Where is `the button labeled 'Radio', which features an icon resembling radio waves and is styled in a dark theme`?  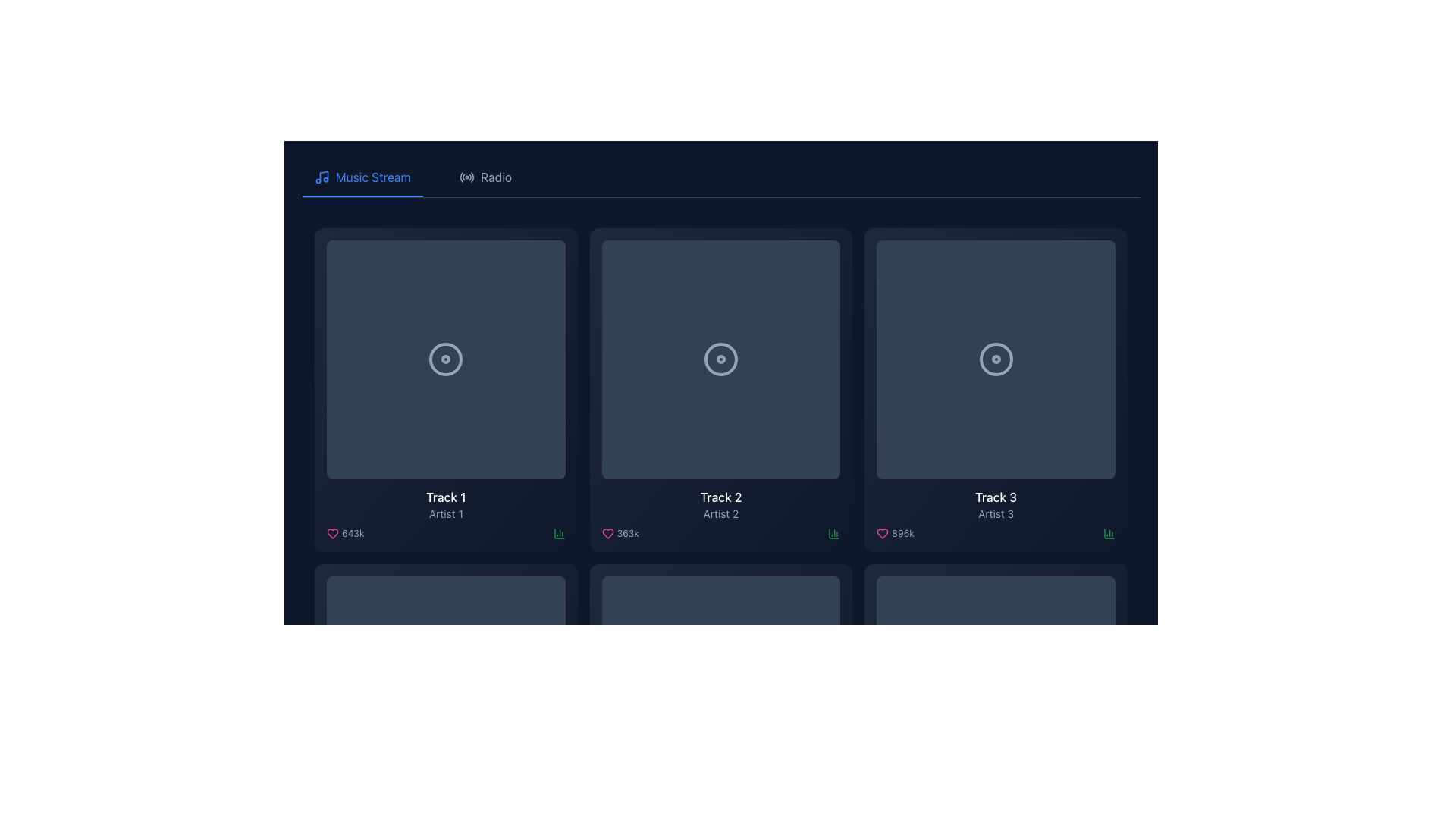 the button labeled 'Radio', which features an icon resembling radio waves and is styled in a dark theme is located at coordinates (485, 177).